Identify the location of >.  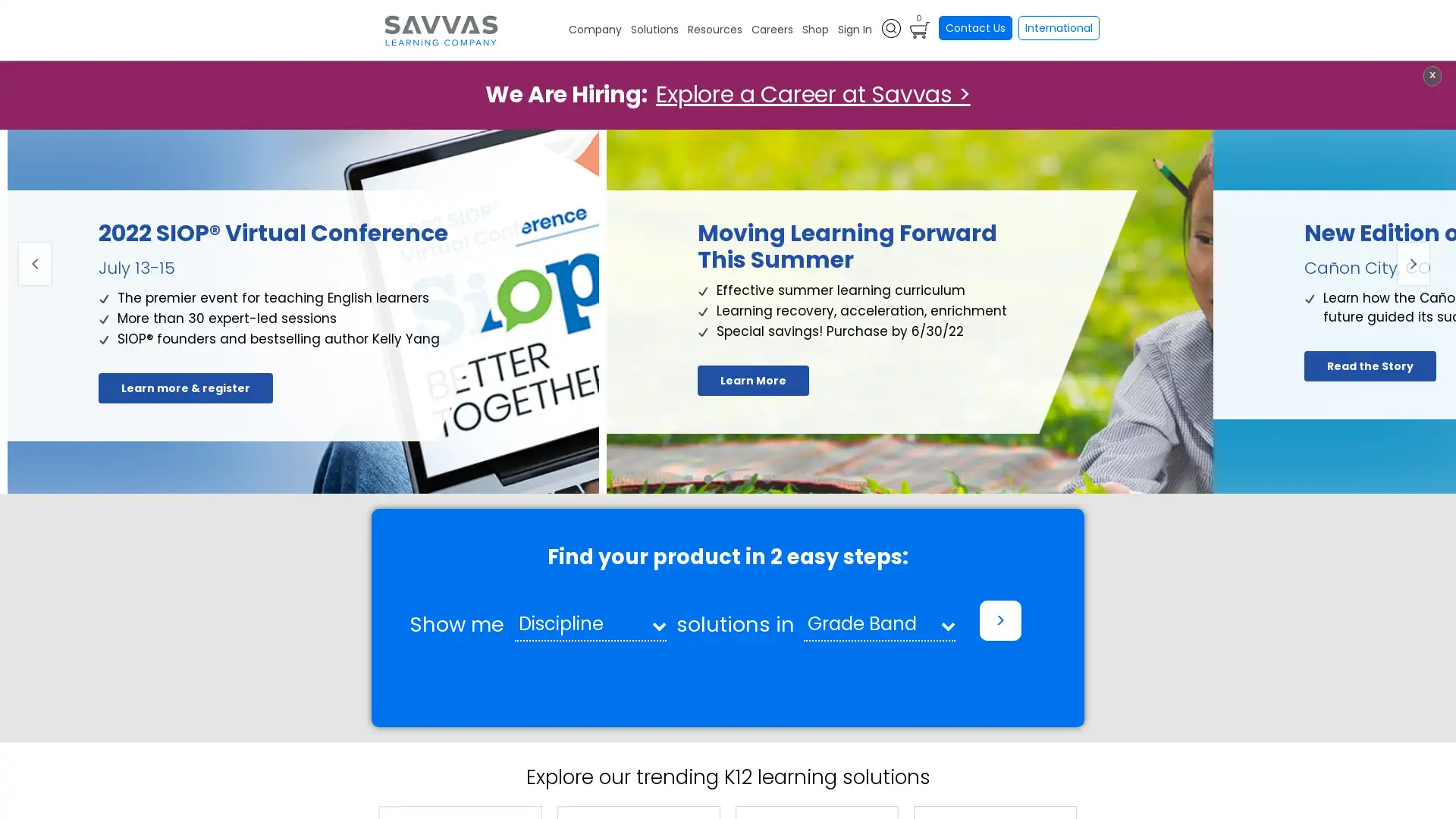
(1000, 620).